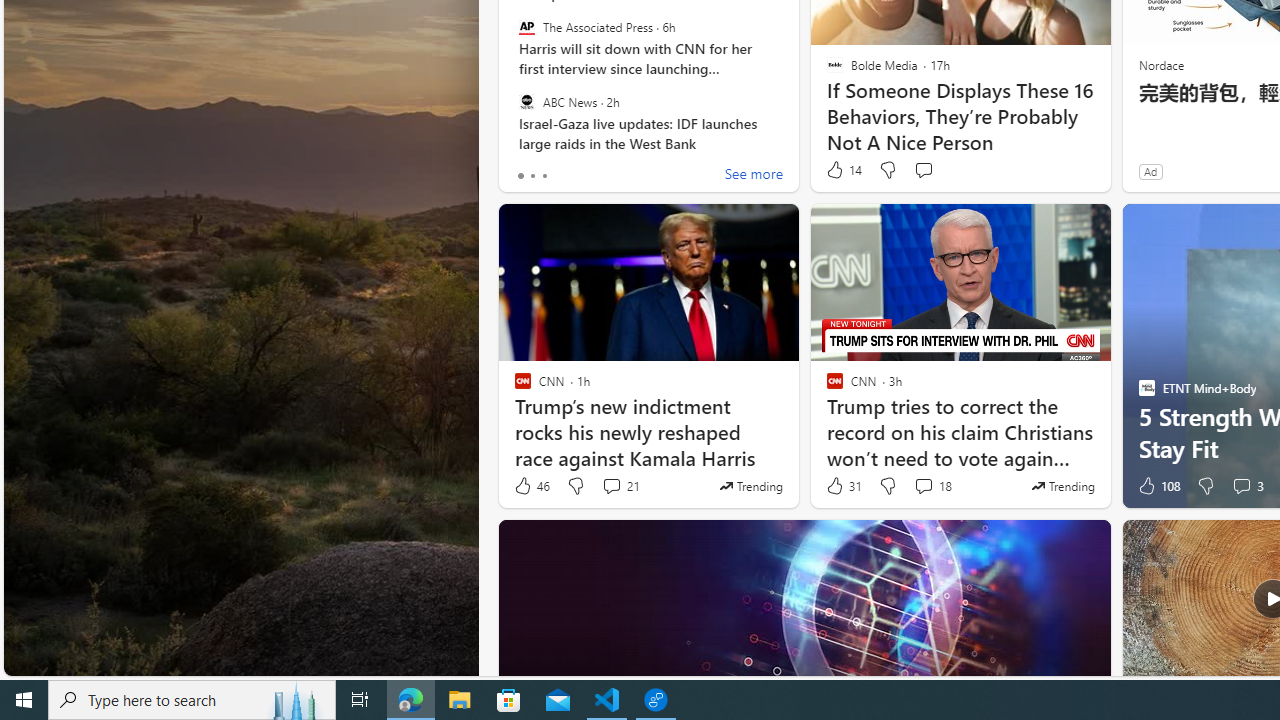 This screenshot has height=720, width=1280. What do you see at coordinates (1160, 63) in the screenshot?
I see `'Nordace'` at bounding box center [1160, 63].